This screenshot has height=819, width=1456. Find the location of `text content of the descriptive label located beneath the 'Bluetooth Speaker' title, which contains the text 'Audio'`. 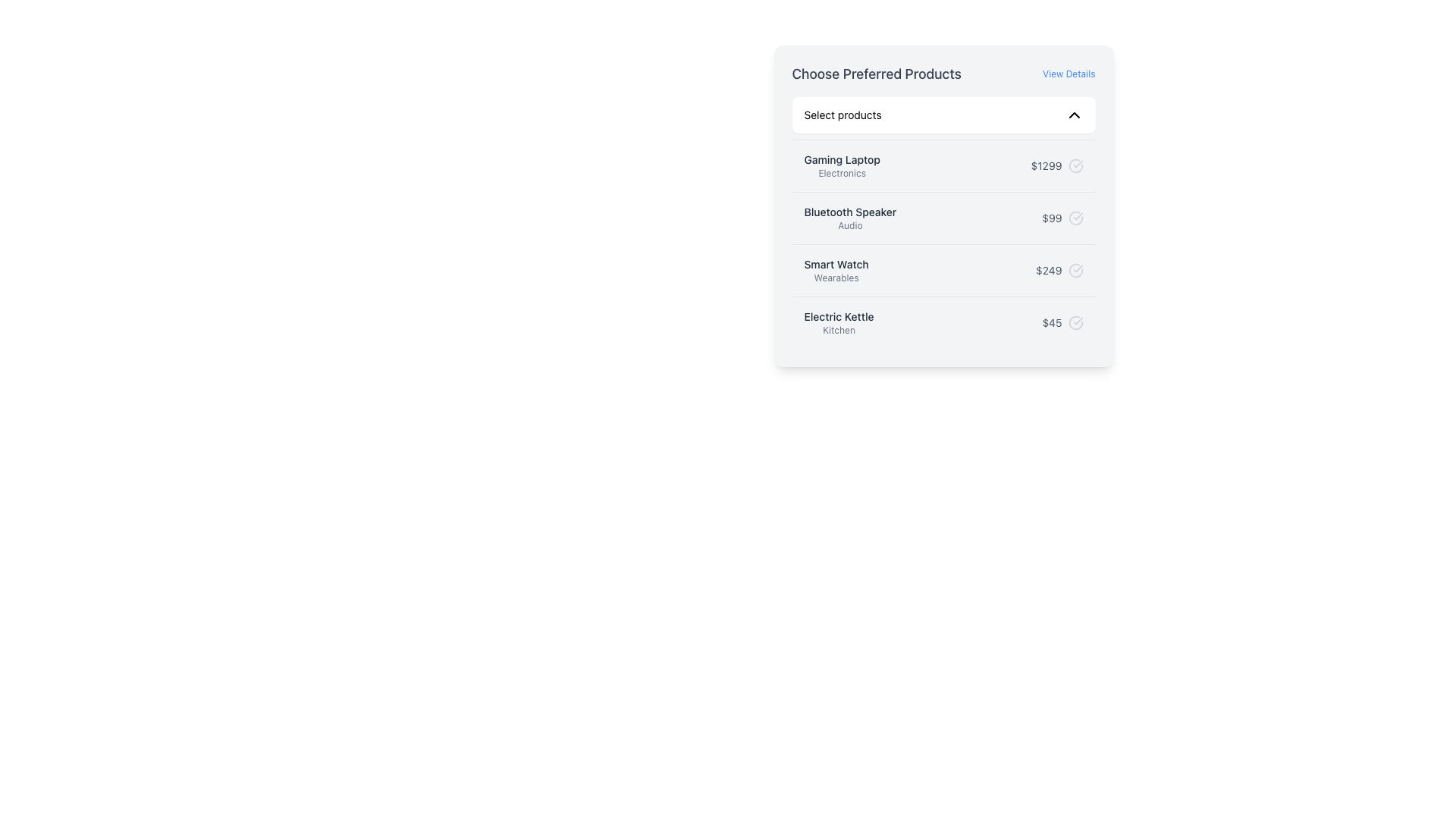

text content of the descriptive label located beneath the 'Bluetooth Speaker' title, which contains the text 'Audio' is located at coordinates (850, 225).